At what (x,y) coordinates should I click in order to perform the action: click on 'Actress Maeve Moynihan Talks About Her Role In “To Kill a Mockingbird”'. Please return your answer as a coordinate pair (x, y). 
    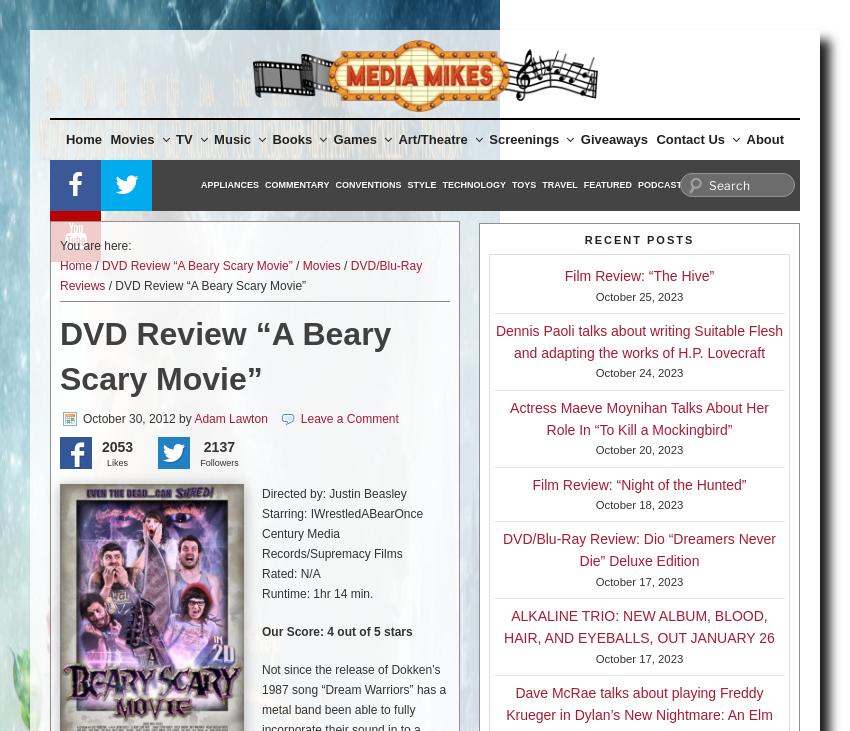
    Looking at the image, I should click on (639, 418).